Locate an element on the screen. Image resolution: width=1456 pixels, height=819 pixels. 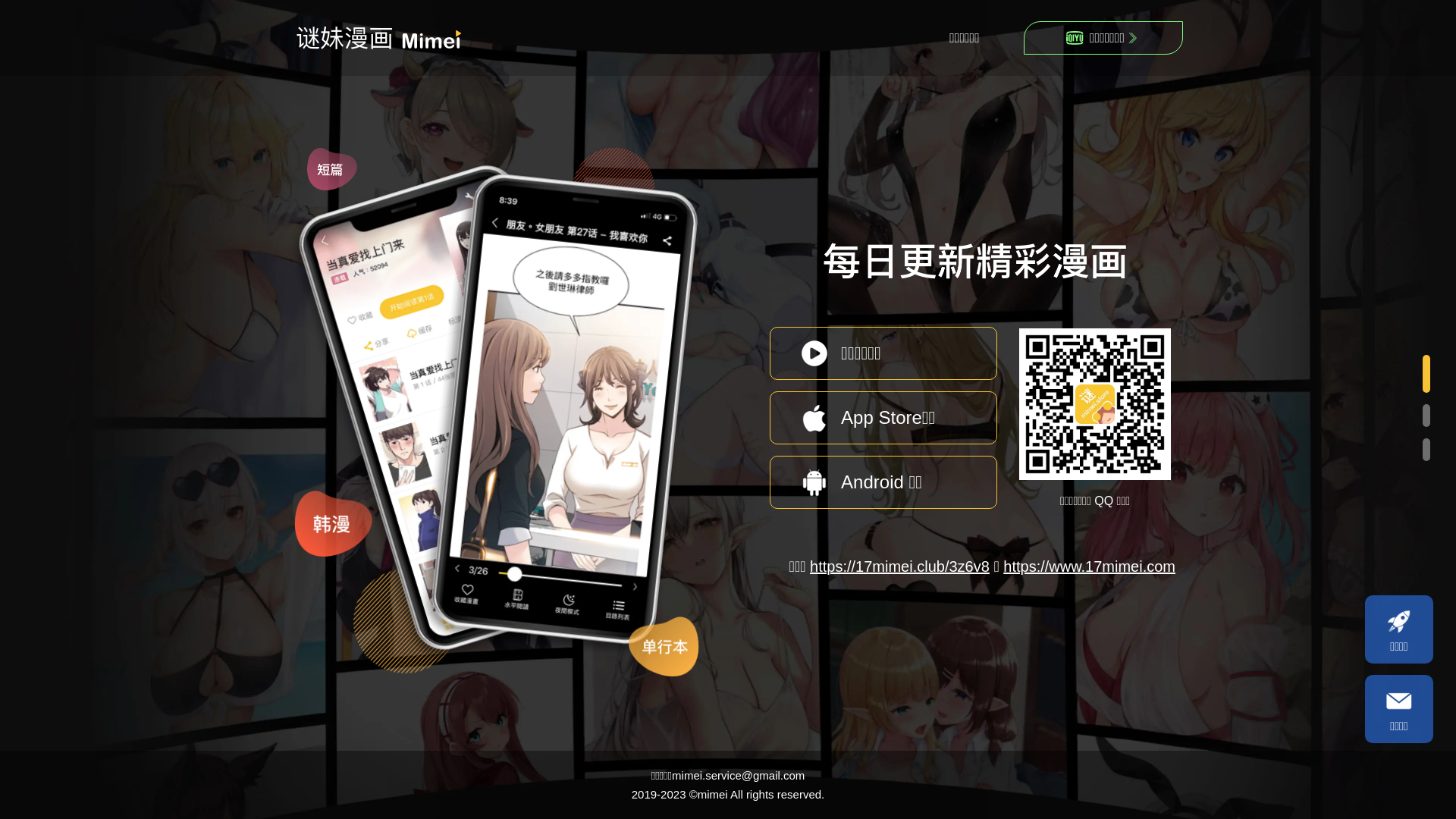
'https://www.17mimei.com' is located at coordinates (1088, 566).